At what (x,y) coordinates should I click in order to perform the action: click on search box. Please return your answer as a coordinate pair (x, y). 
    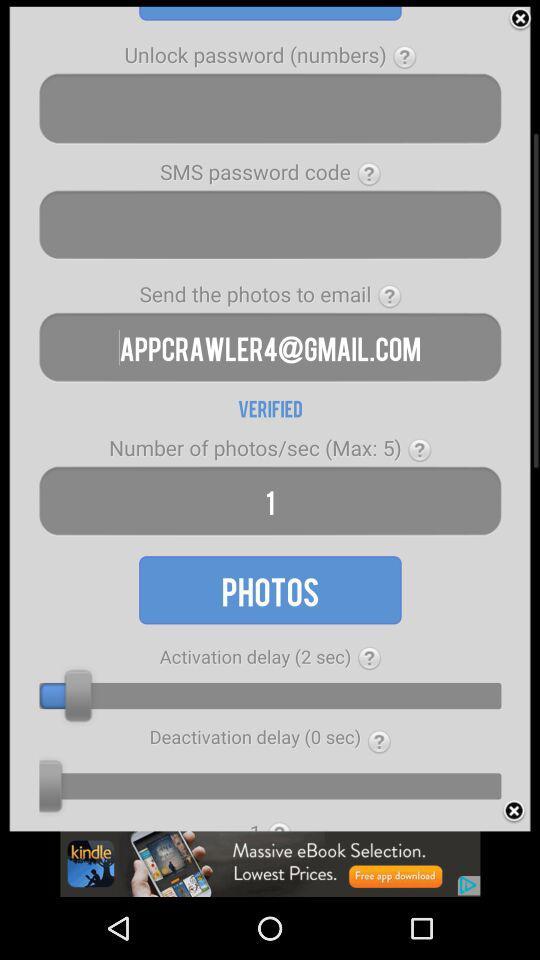
    Looking at the image, I should click on (270, 108).